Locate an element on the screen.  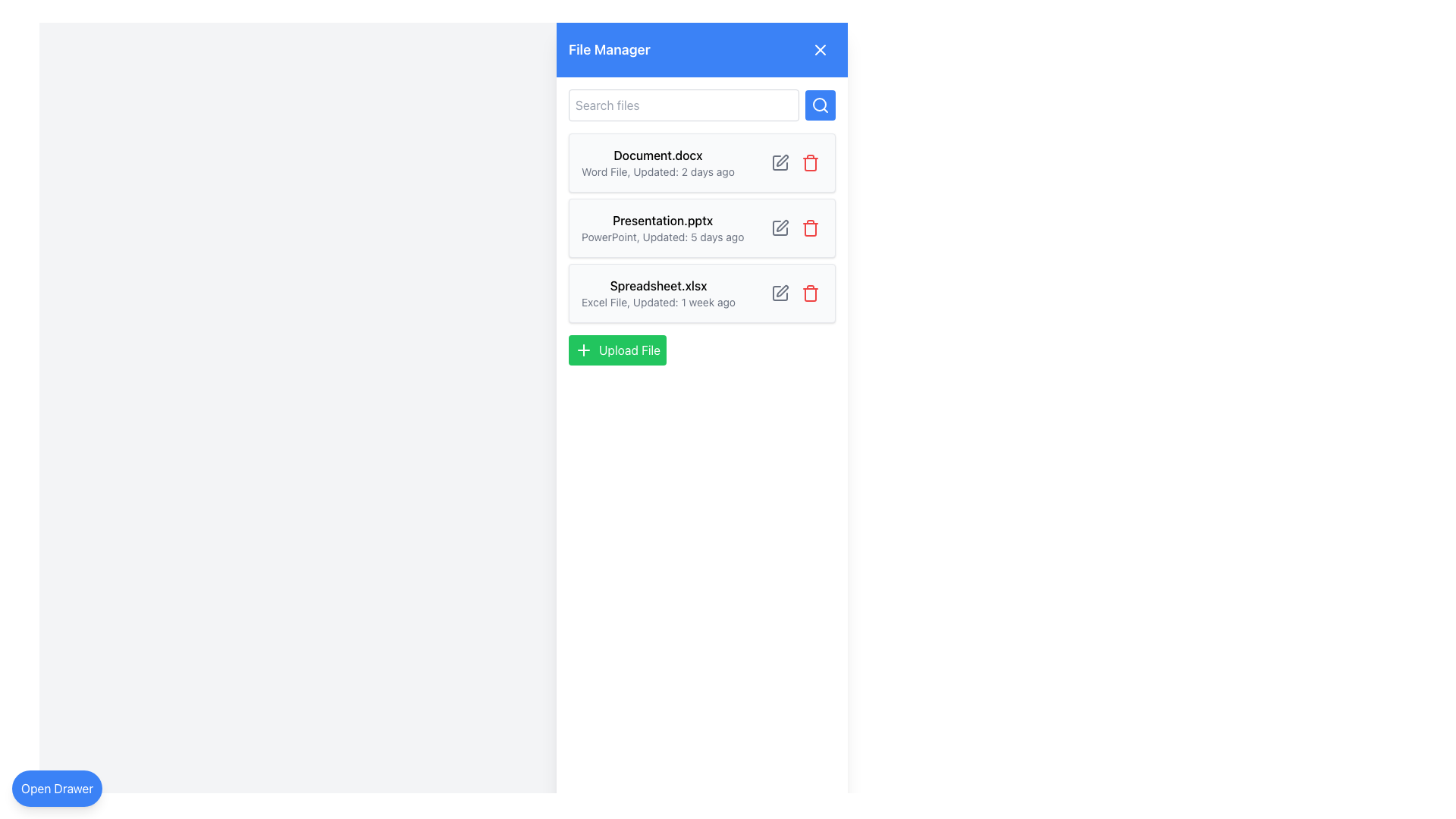
the small pen icon button, which is located in the third row of 'Spreadsheet.xlsx', aligned to the right of the row's text description and to the left of a red trash icon is located at coordinates (780, 293).